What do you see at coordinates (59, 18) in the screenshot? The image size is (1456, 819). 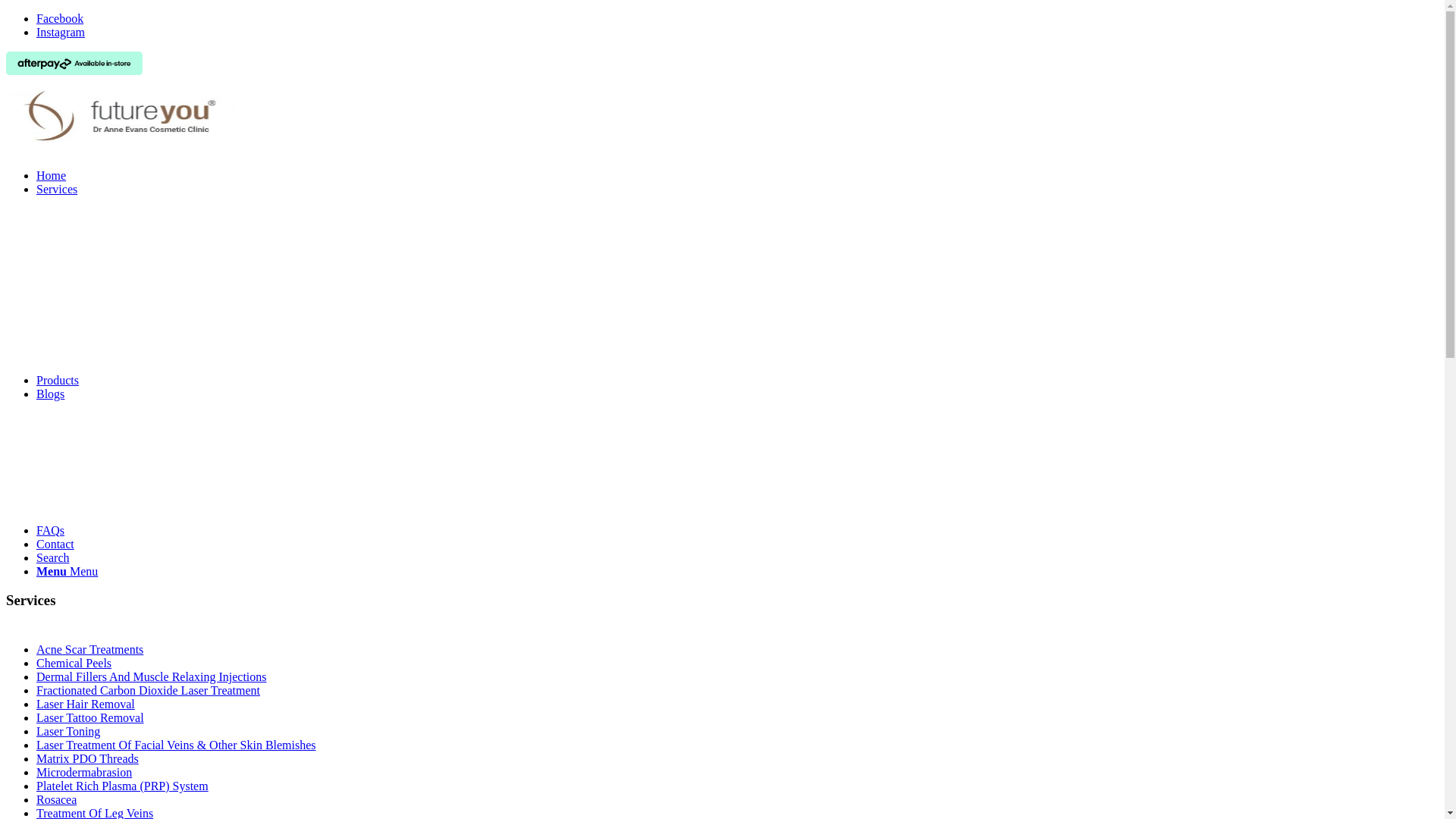 I see `'Facebook'` at bounding box center [59, 18].